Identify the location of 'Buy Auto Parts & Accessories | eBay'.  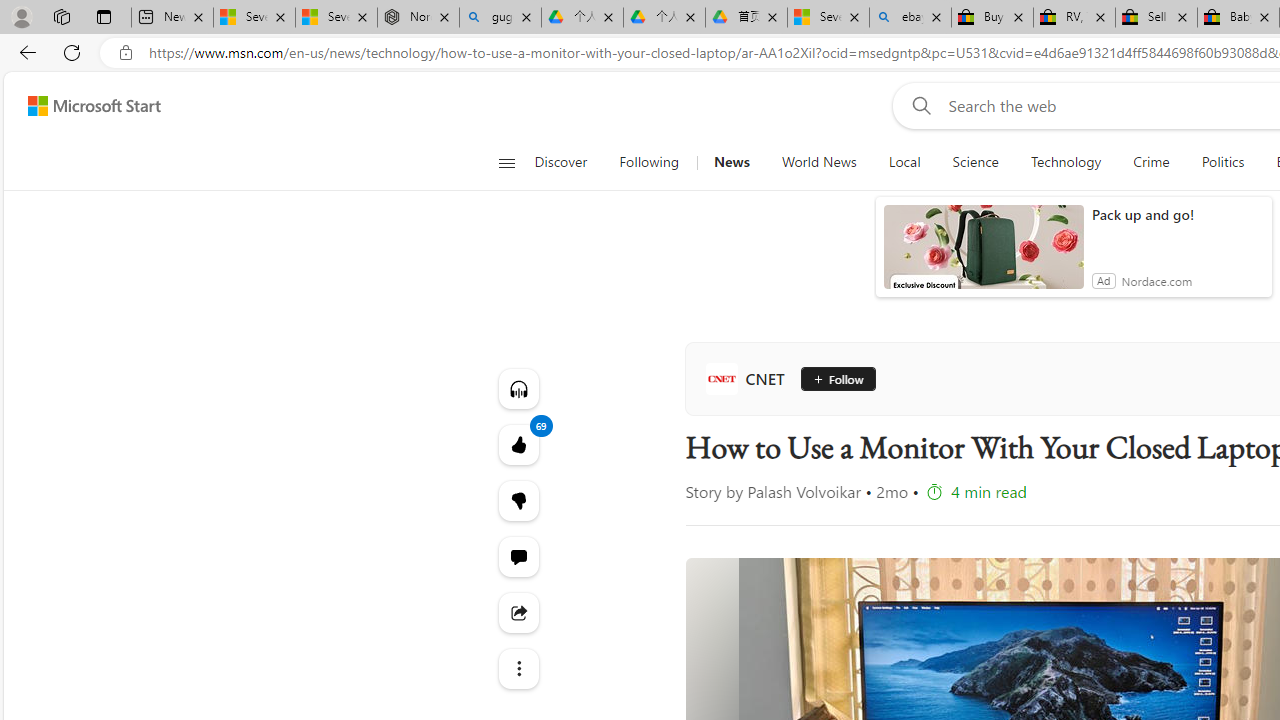
(992, 17).